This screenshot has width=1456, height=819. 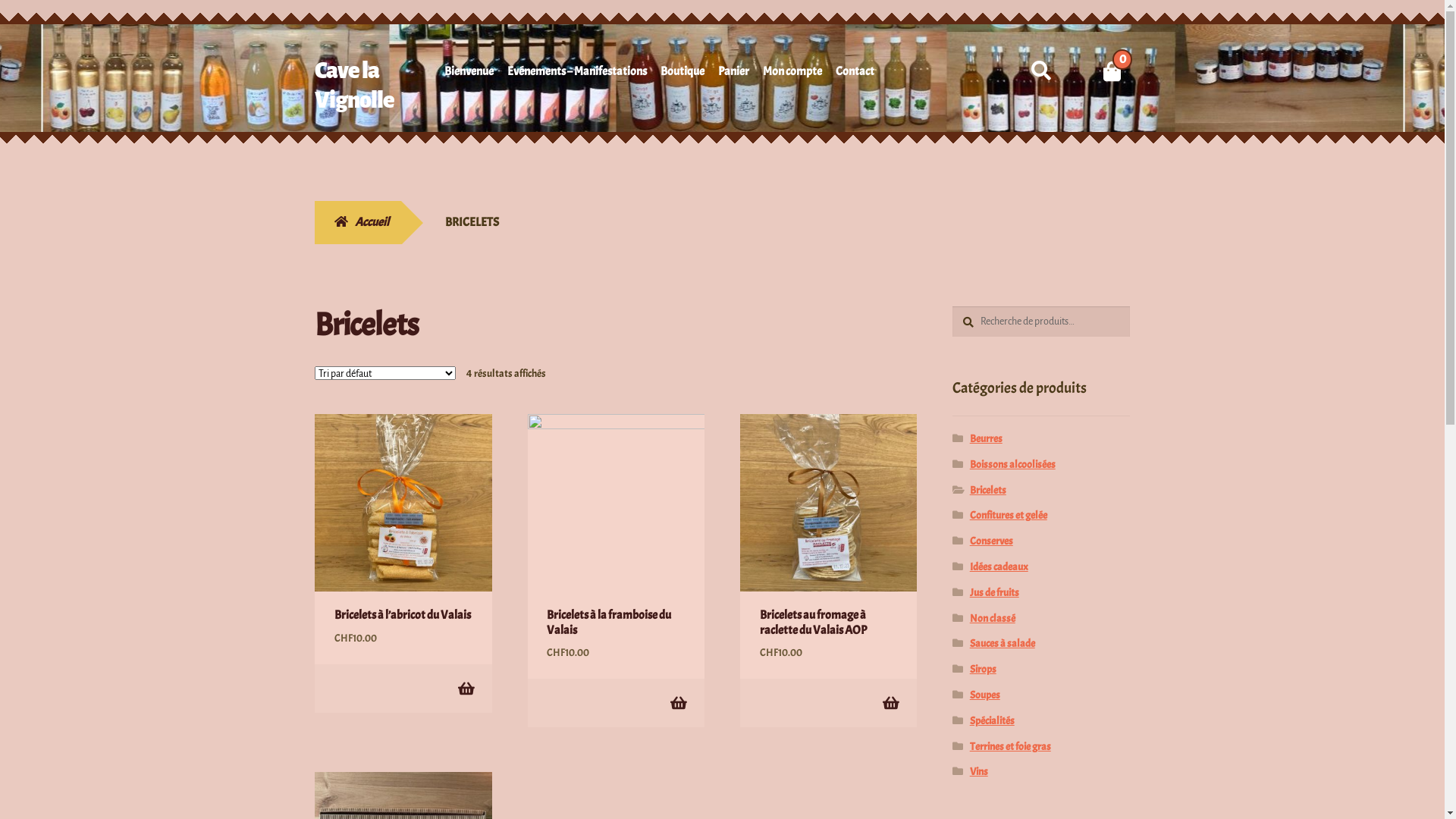 I want to click on 'Contact', so click(x=835, y=74).